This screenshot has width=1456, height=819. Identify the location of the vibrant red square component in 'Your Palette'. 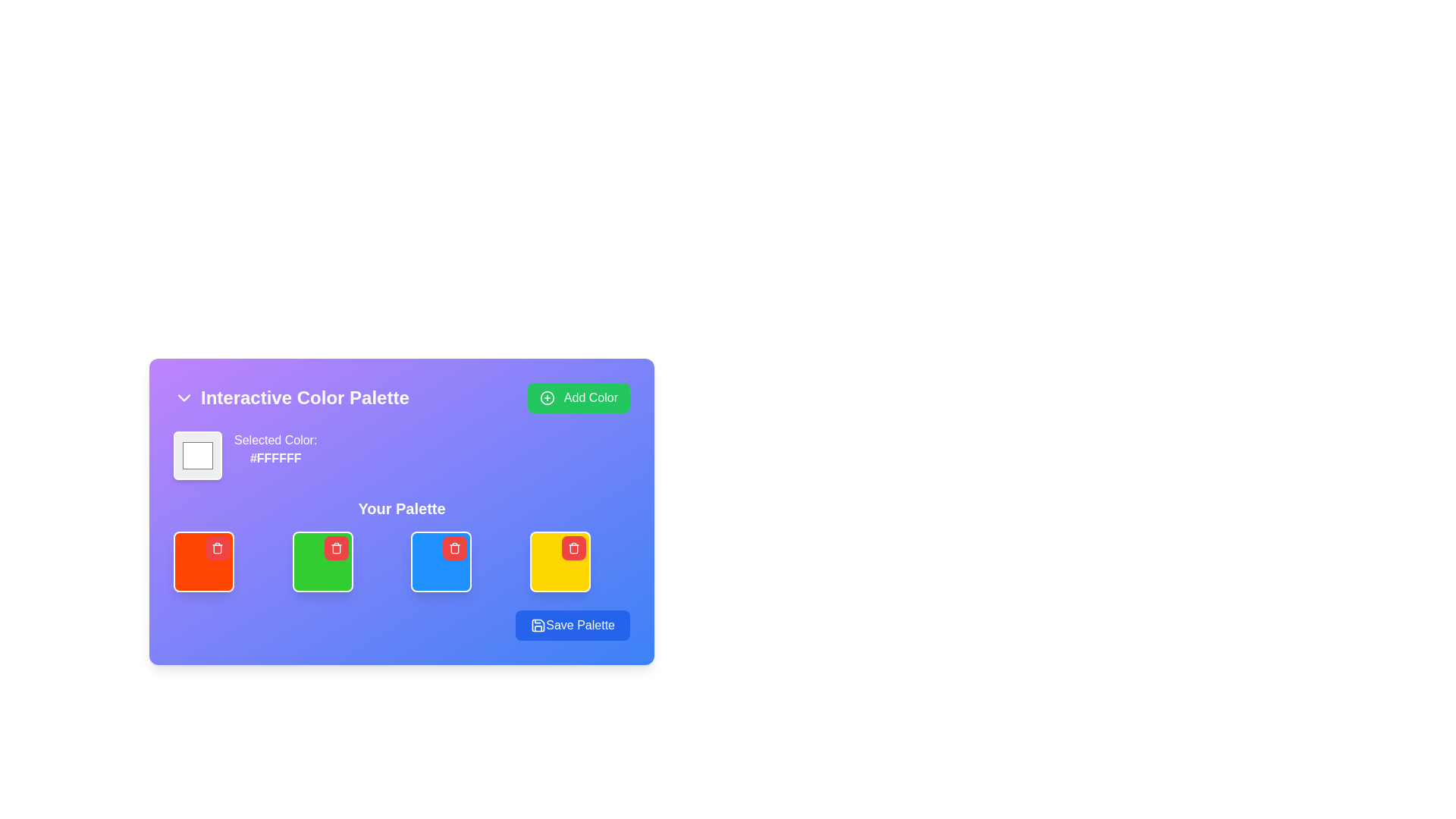
(202, 561).